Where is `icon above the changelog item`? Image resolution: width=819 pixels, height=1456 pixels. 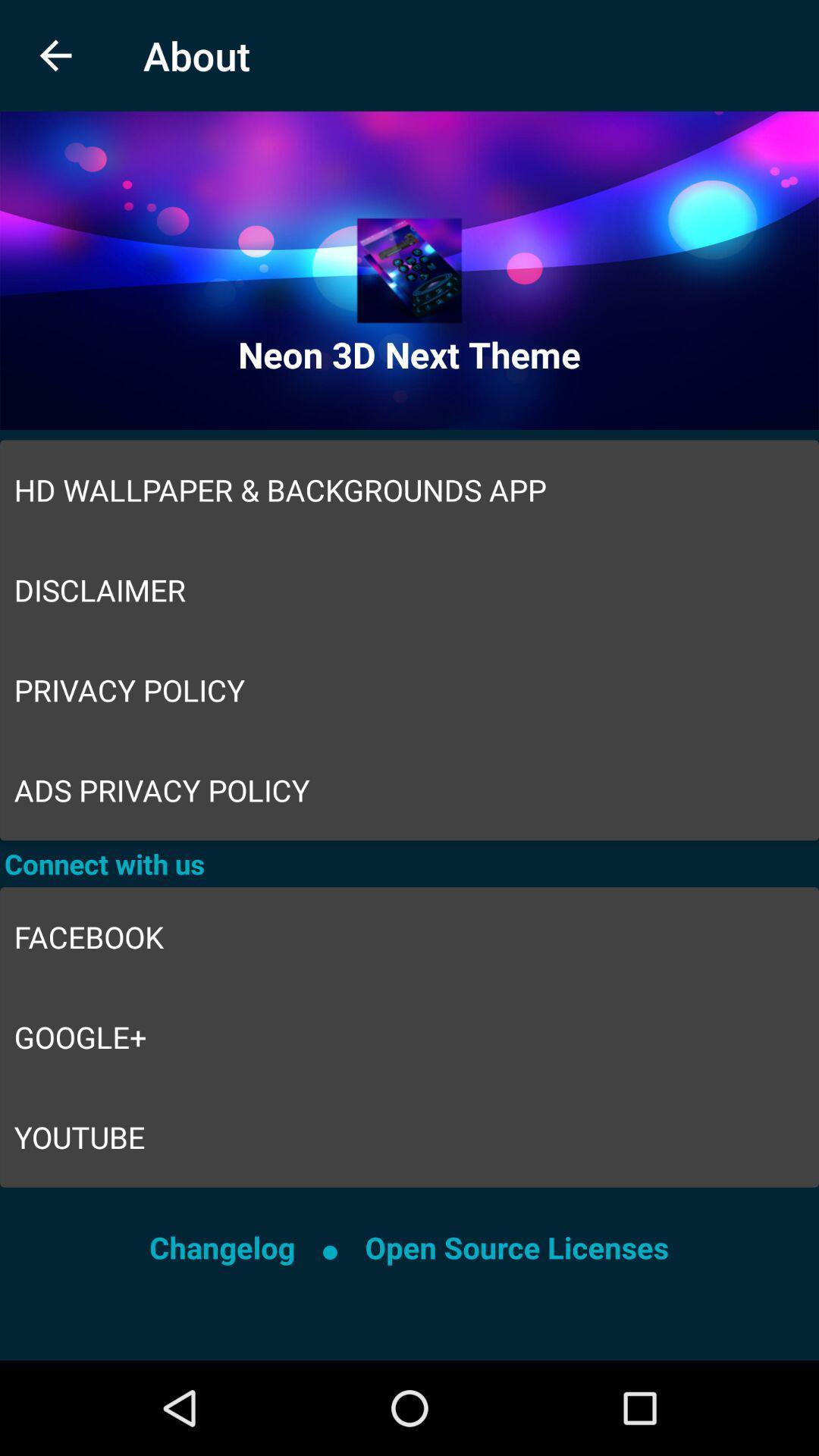
icon above the changelog item is located at coordinates (409, 1137).